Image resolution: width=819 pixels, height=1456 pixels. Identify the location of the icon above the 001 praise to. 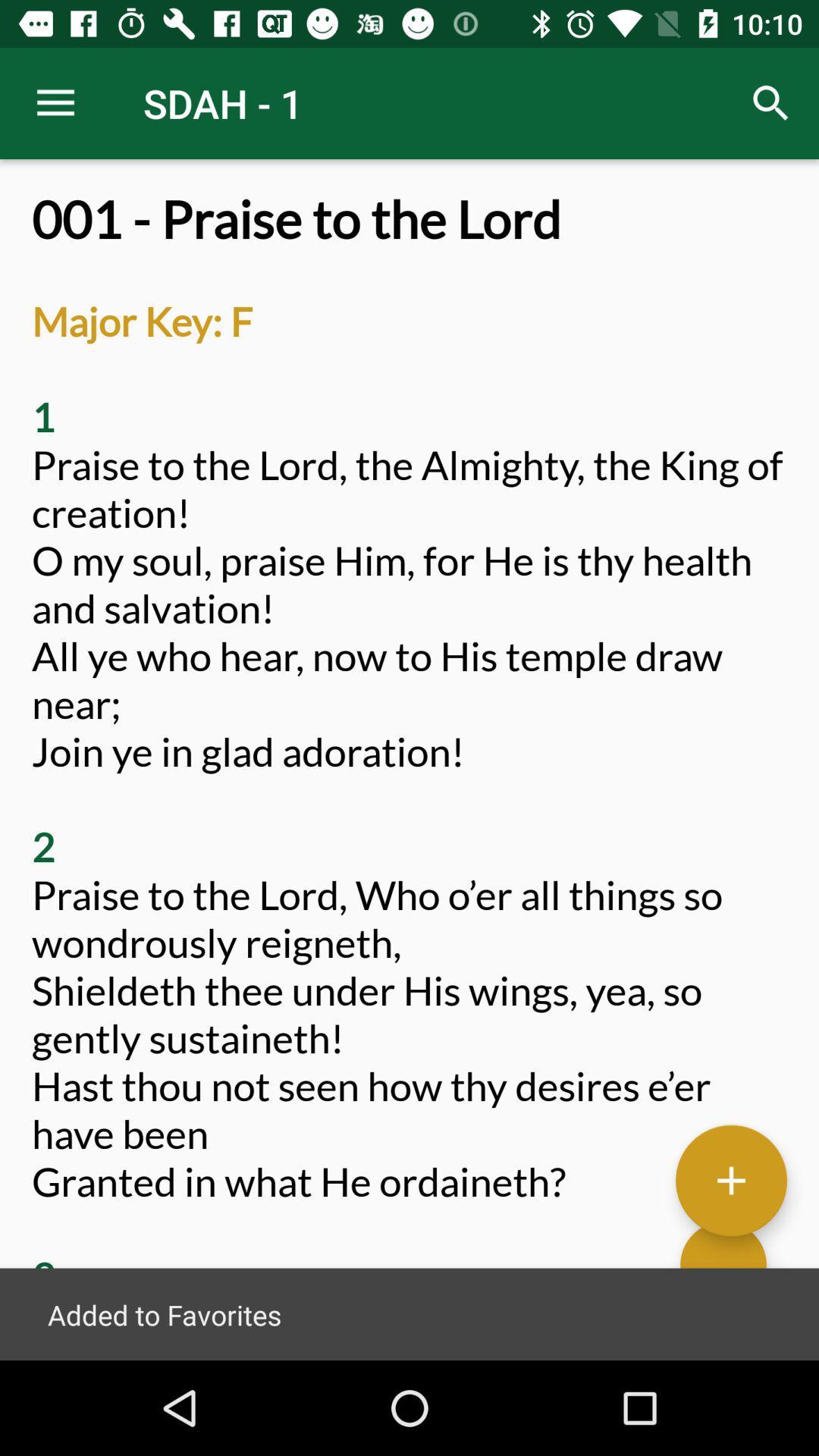
(55, 102).